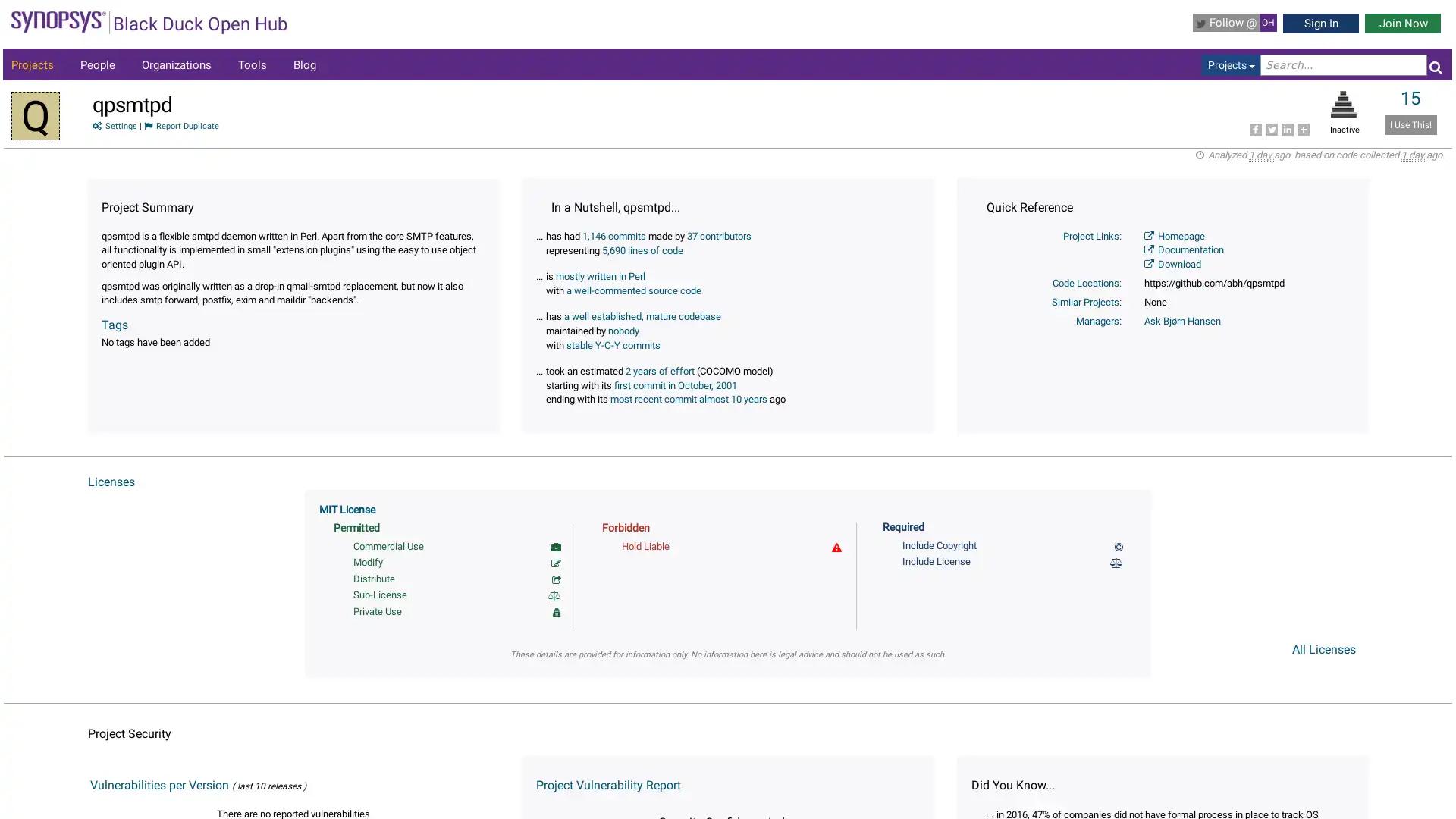  I want to click on Share to LinkedIn, so click(1286, 128).